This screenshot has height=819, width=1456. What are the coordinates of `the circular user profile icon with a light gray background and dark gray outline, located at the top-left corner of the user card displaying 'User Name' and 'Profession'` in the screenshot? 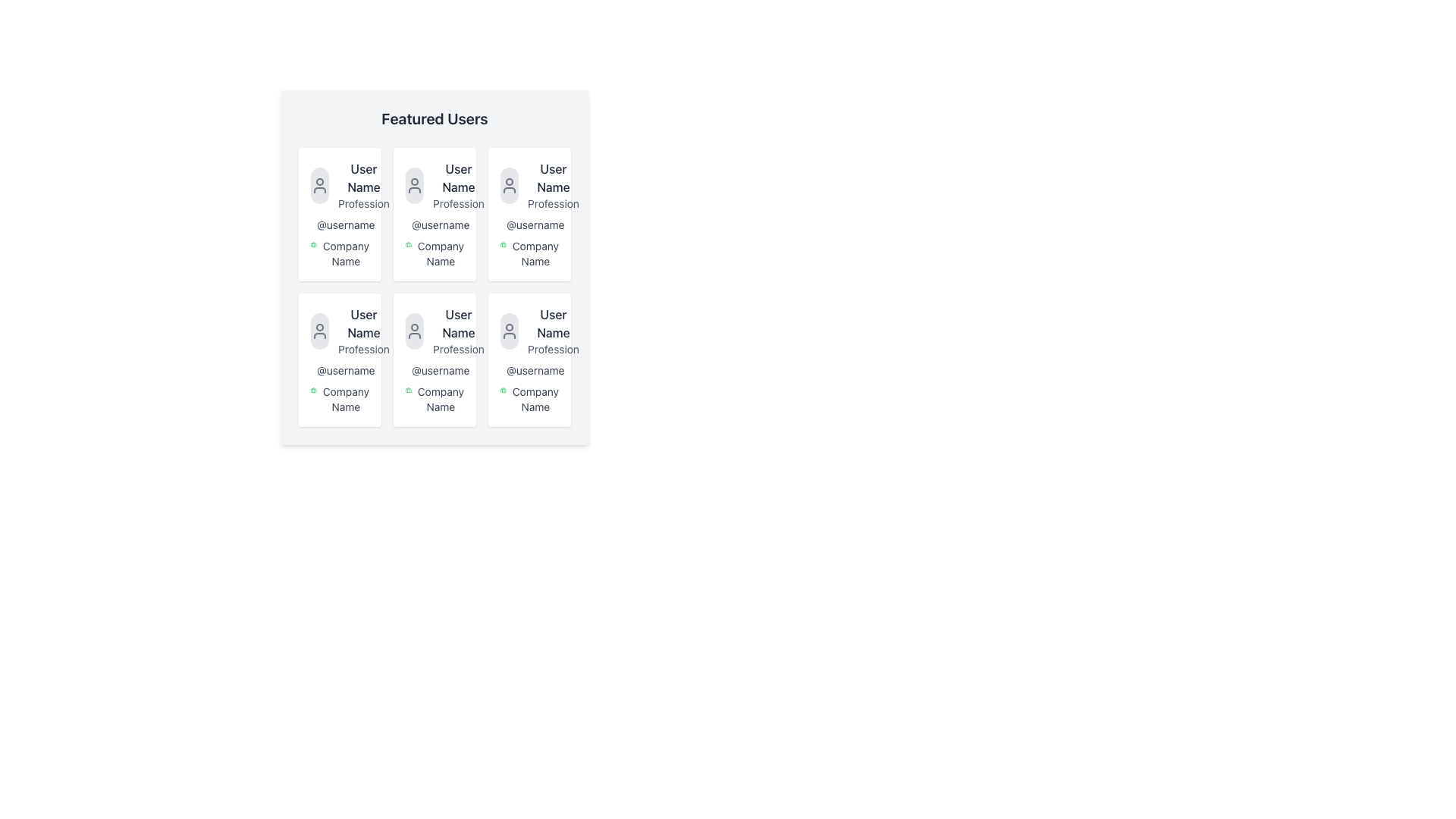 It's located at (319, 330).